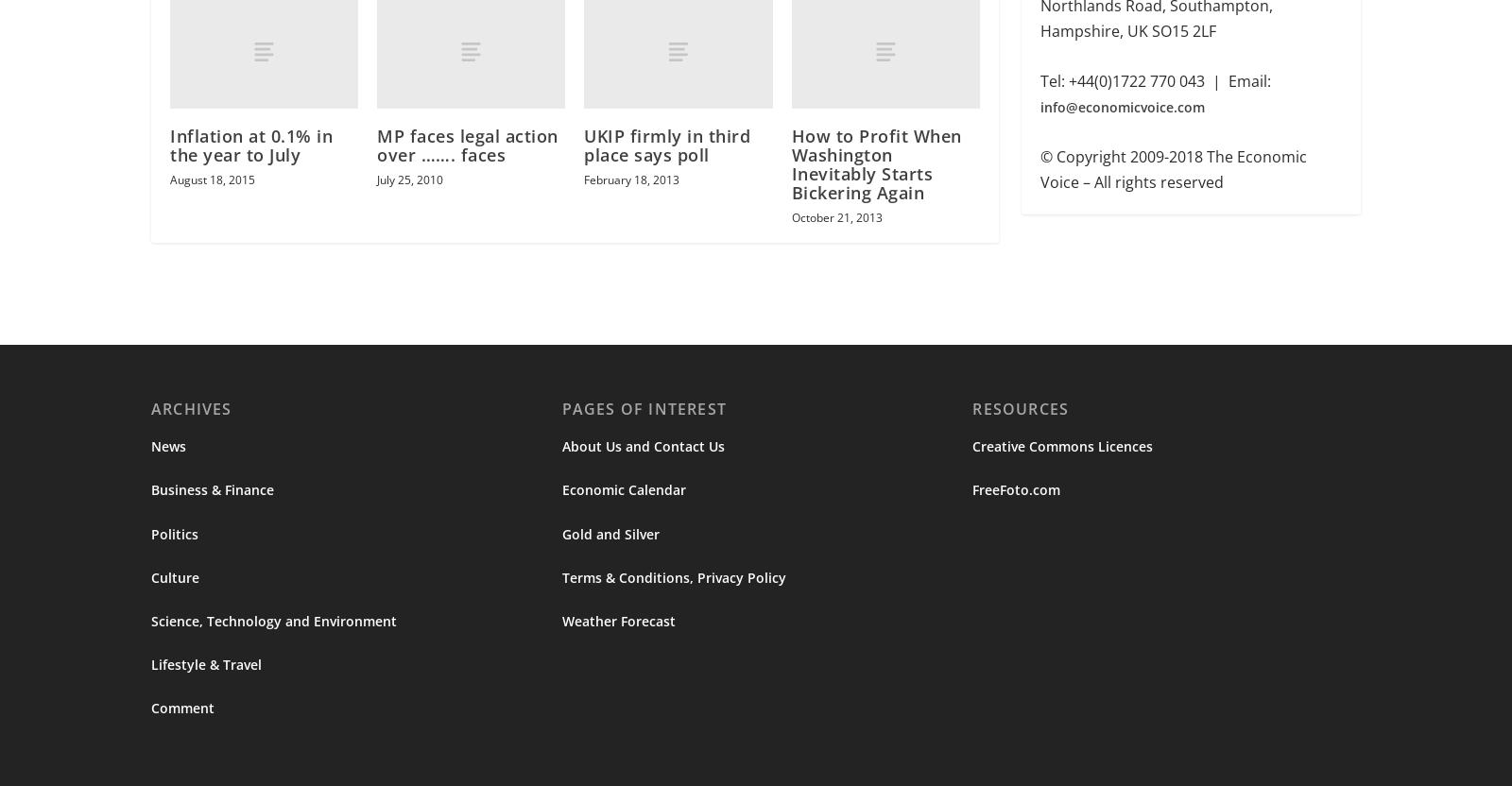 The image size is (1512, 786). Describe the element at coordinates (643, 448) in the screenshot. I see `'About Us and Contact Us'` at that location.